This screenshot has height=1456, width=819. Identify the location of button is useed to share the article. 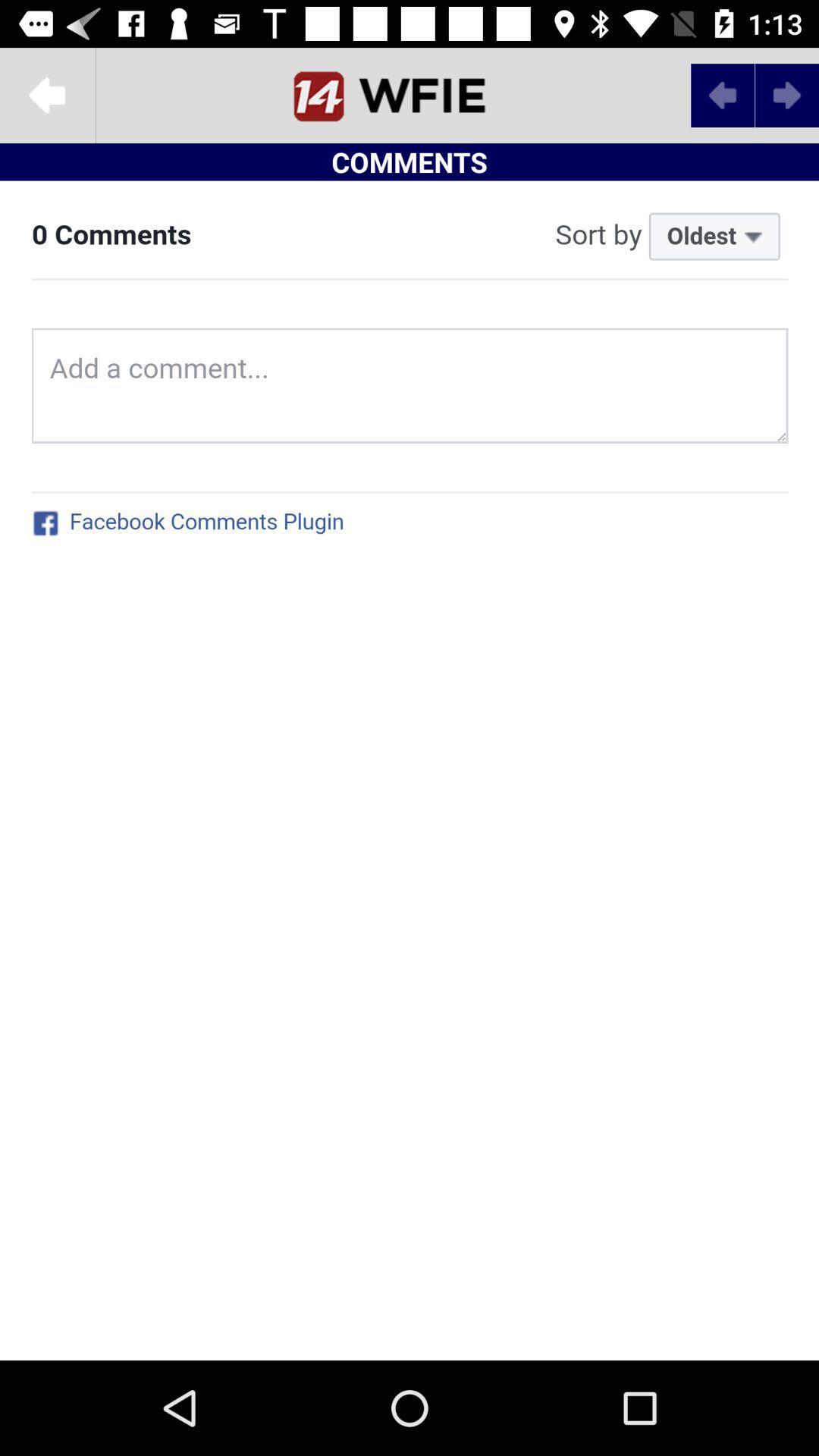
(46, 94).